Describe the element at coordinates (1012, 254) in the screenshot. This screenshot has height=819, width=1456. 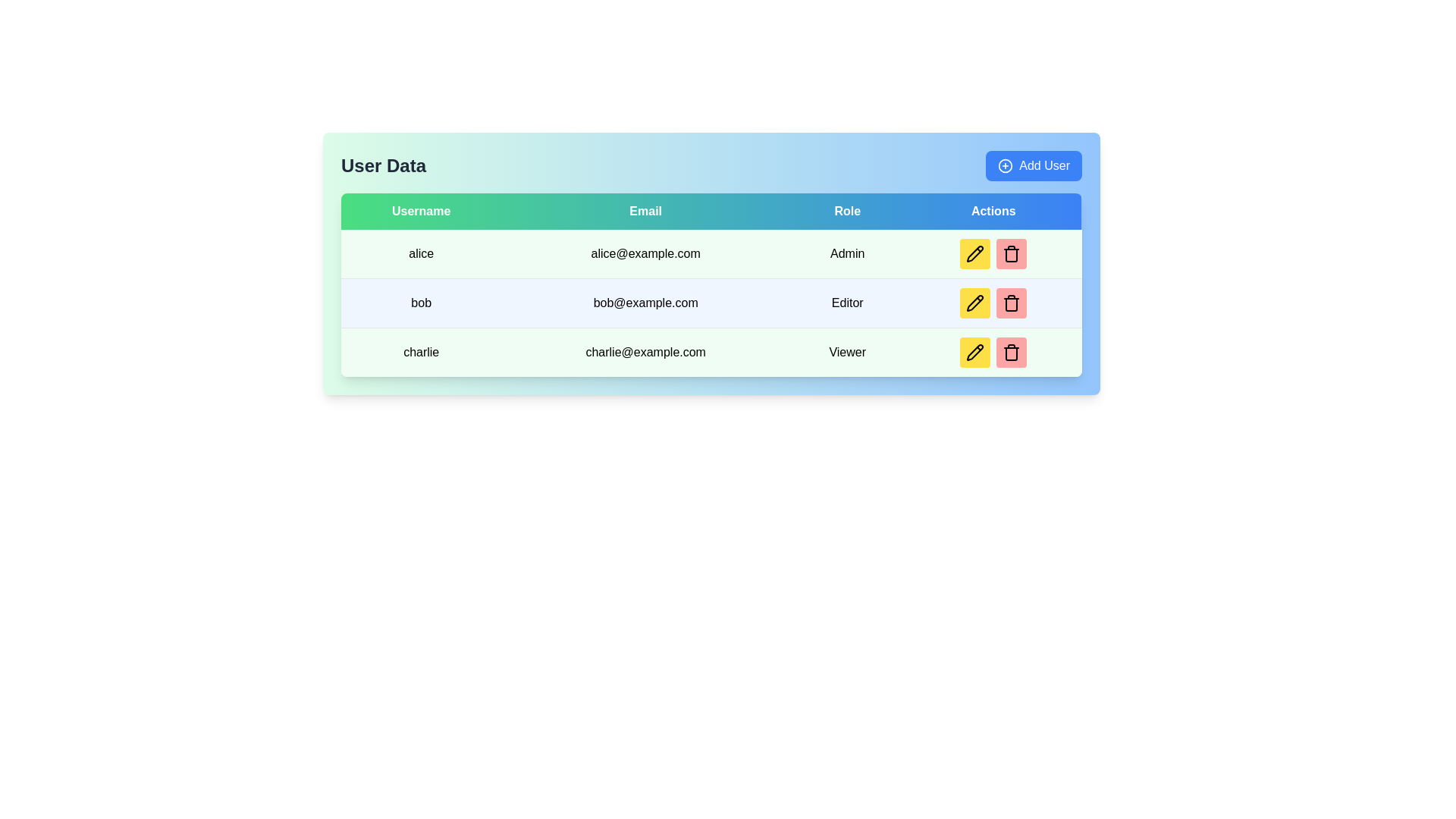
I see `the central body of the trash bin icon located` at that location.